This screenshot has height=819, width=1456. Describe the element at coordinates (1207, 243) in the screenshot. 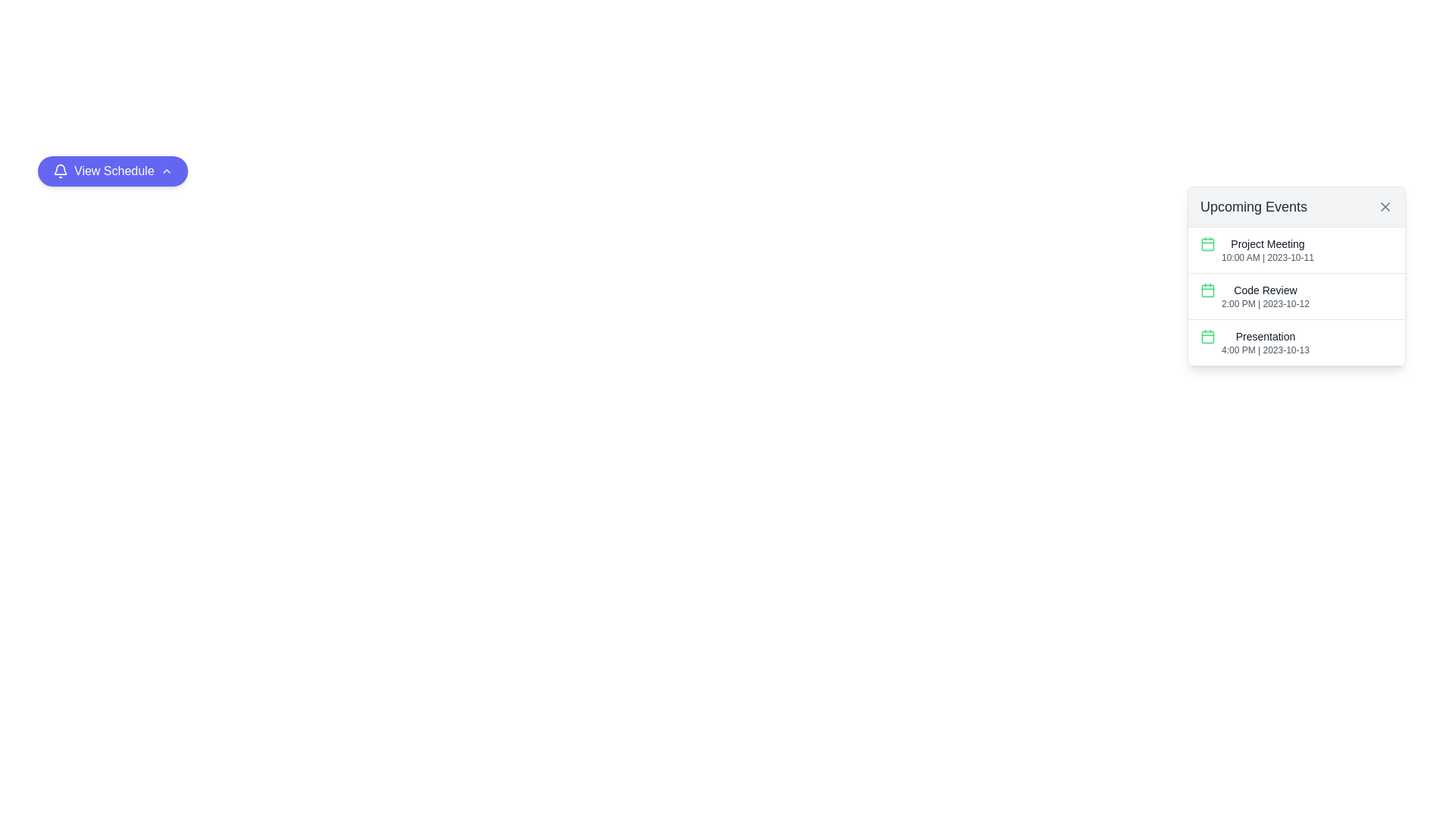

I see `the small green calendar icon located in the 'Upcoming Events' section, representing the 'Project Meeting' event` at that location.